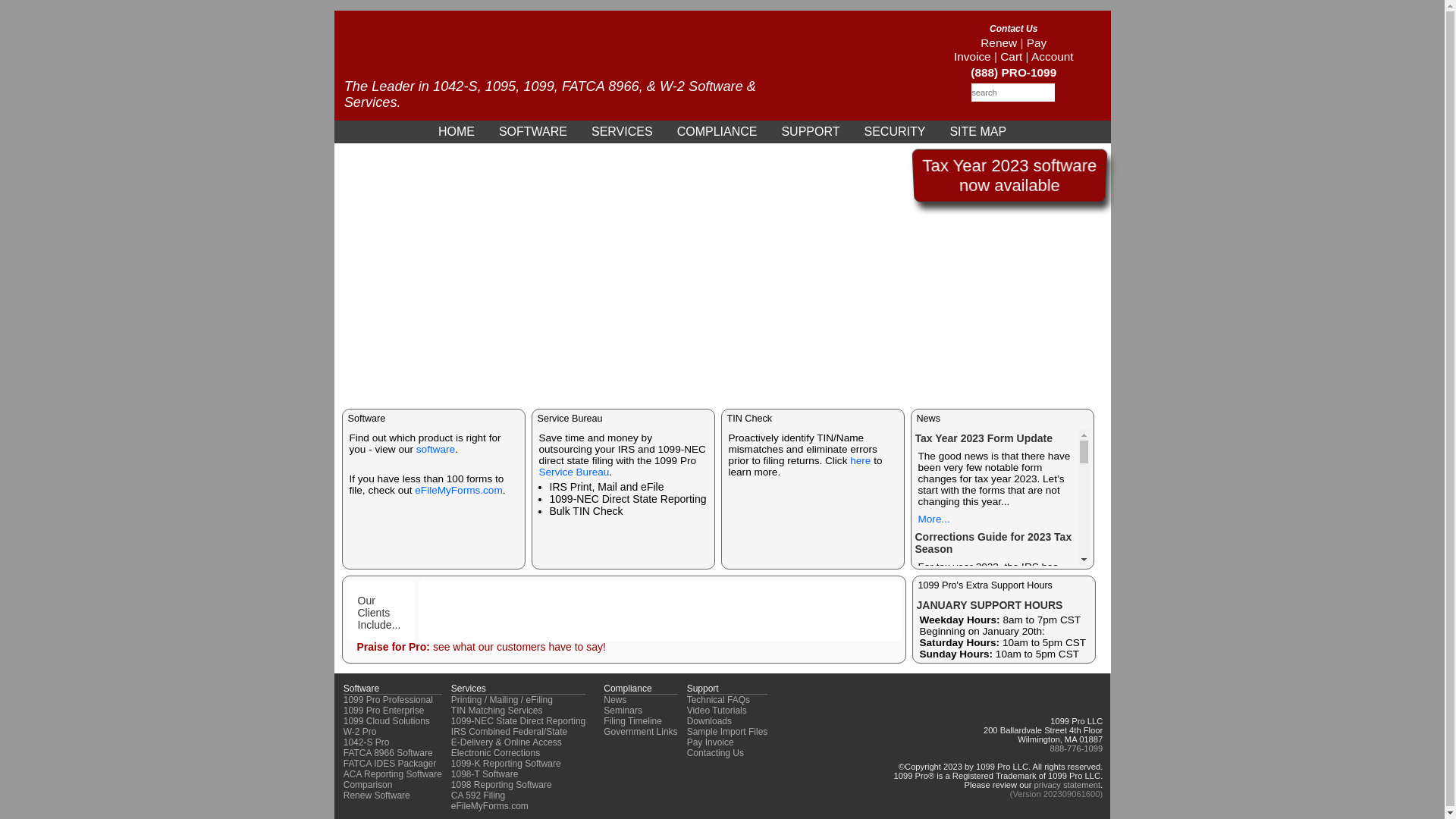 The height and width of the screenshot is (819, 1456). What do you see at coordinates (538, 471) in the screenshot?
I see `'Service Bureau'` at bounding box center [538, 471].